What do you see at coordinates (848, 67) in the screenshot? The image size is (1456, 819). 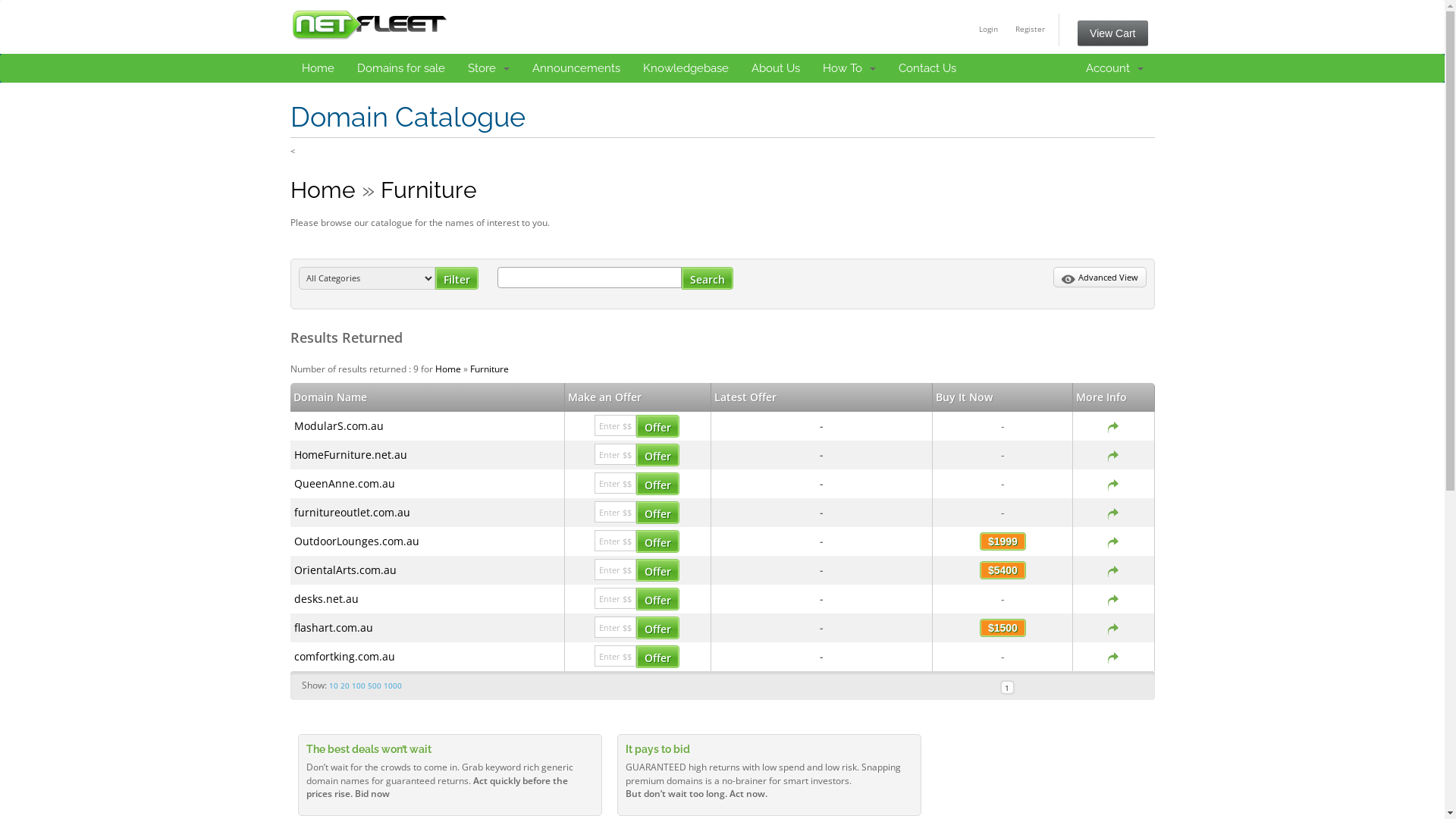 I see `'How To  '` at bounding box center [848, 67].